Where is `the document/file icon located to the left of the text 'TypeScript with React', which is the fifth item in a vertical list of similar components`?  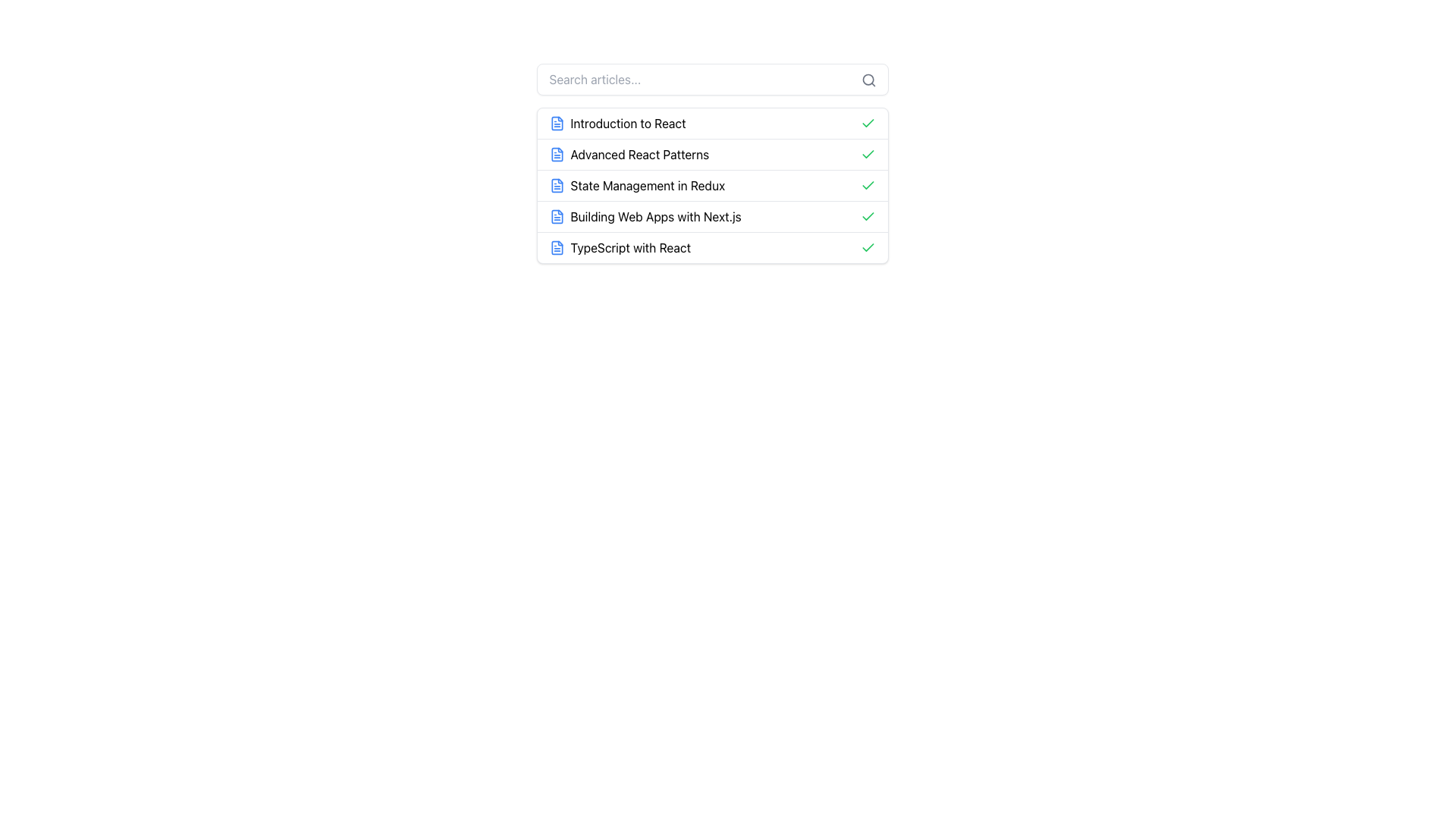
the document/file icon located to the left of the text 'TypeScript with React', which is the fifth item in a vertical list of similar components is located at coordinates (556, 247).